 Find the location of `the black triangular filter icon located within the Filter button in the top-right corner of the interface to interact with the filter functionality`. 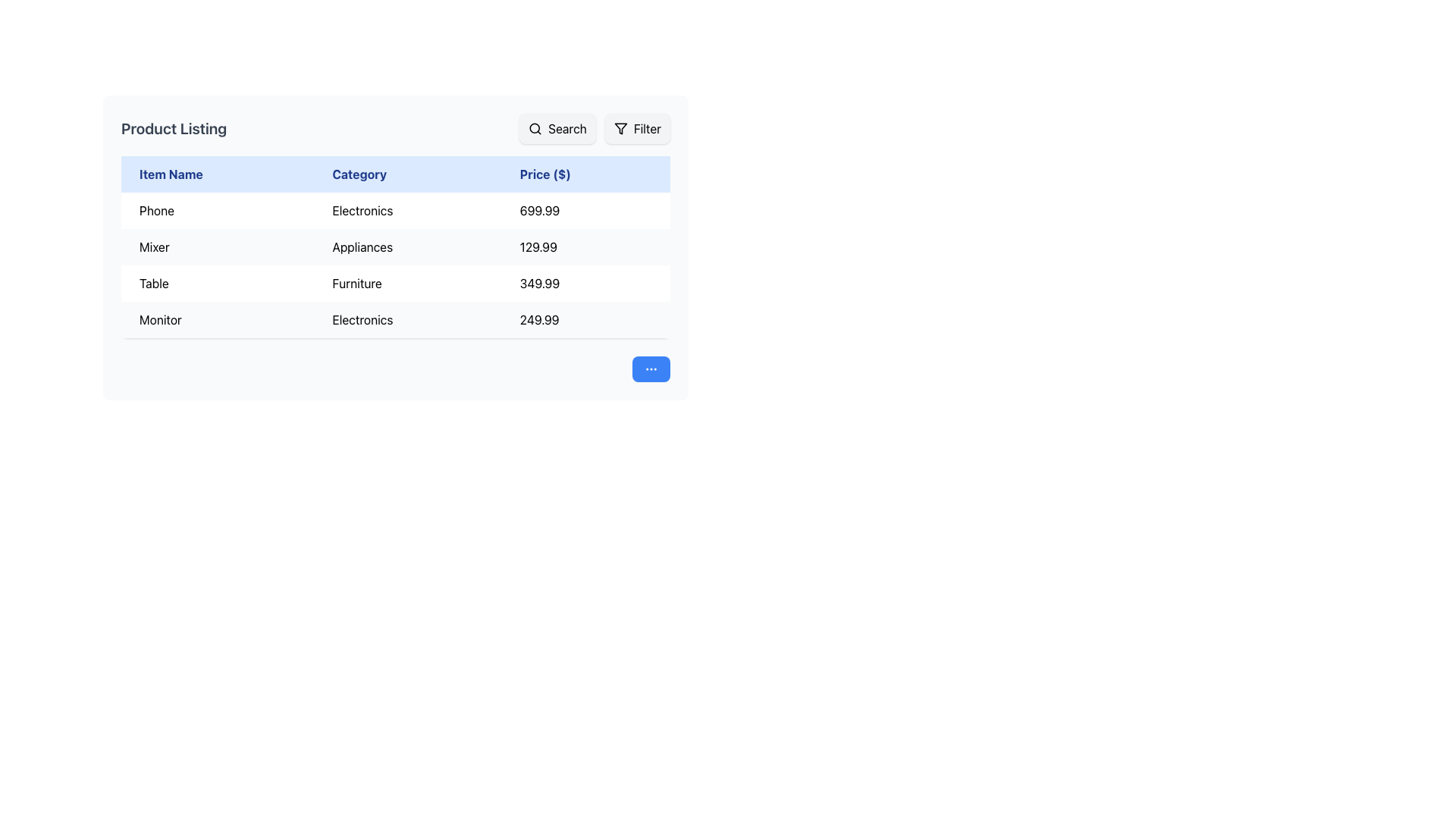

the black triangular filter icon located within the Filter button in the top-right corner of the interface to interact with the filter functionality is located at coordinates (620, 127).